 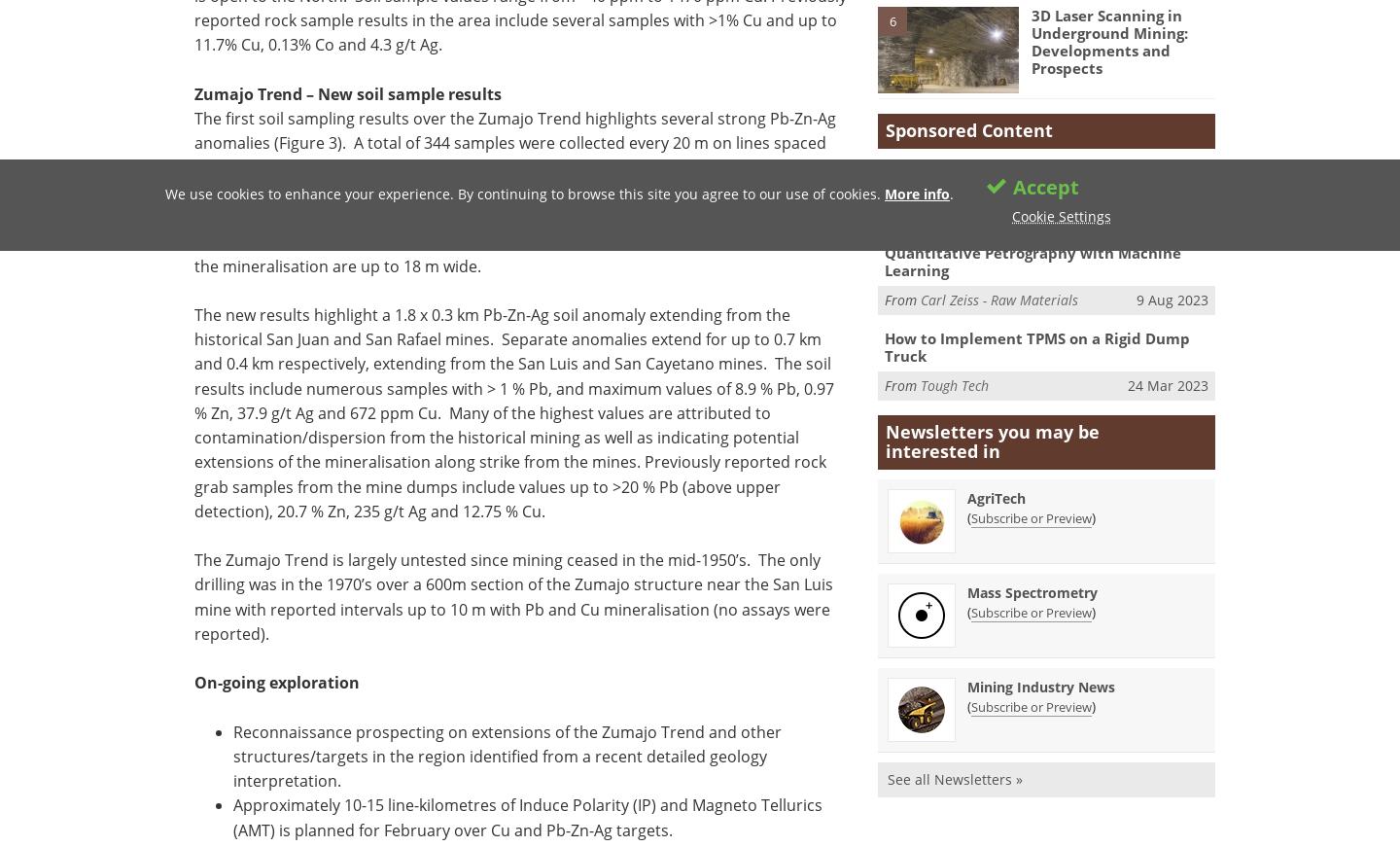 What do you see at coordinates (1036, 346) in the screenshot?
I see `'How to Implement TPMS on a Rigid Dump Truck'` at bounding box center [1036, 346].